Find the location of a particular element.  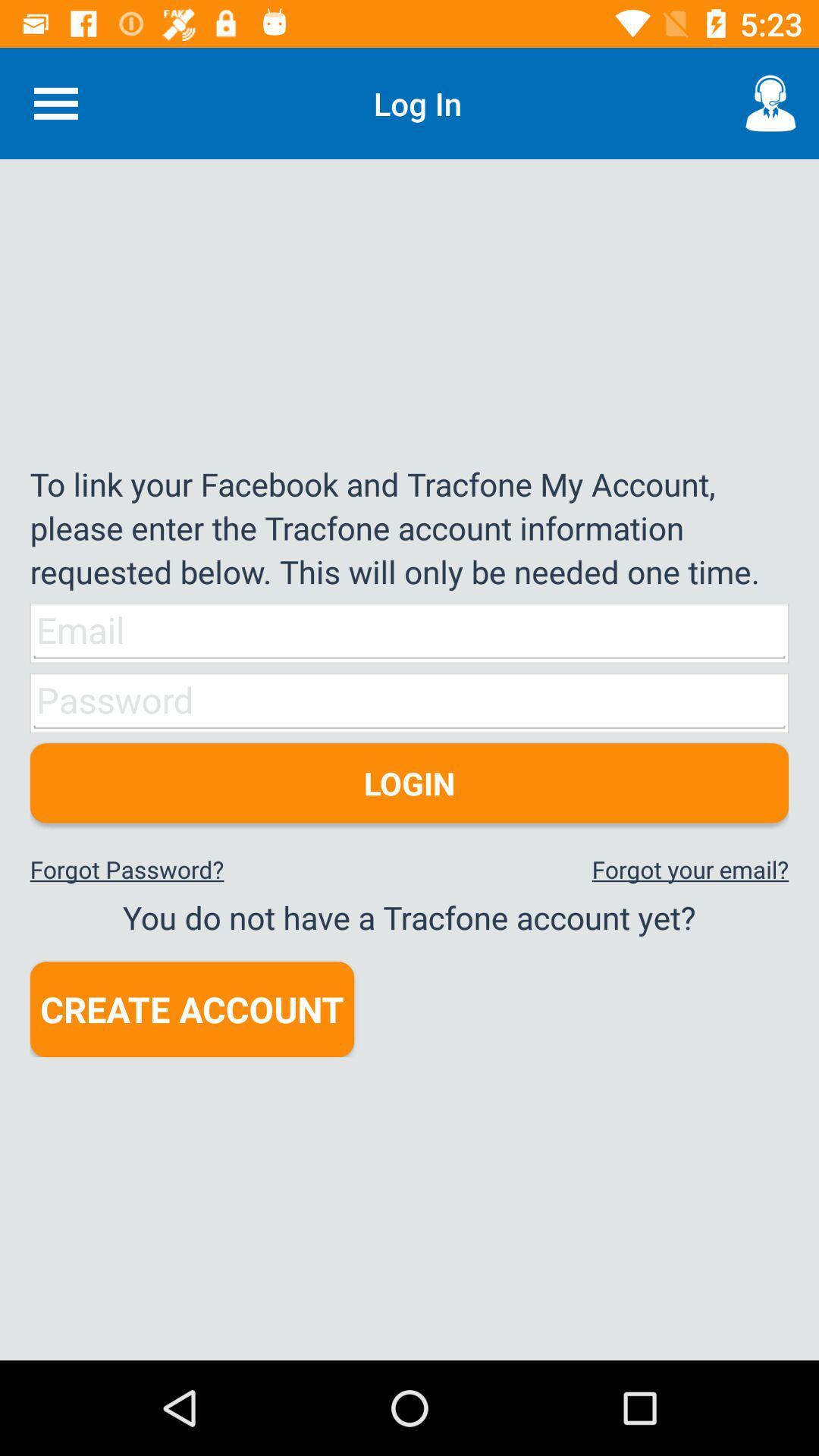

forgot your email? is located at coordinates (690, 869).